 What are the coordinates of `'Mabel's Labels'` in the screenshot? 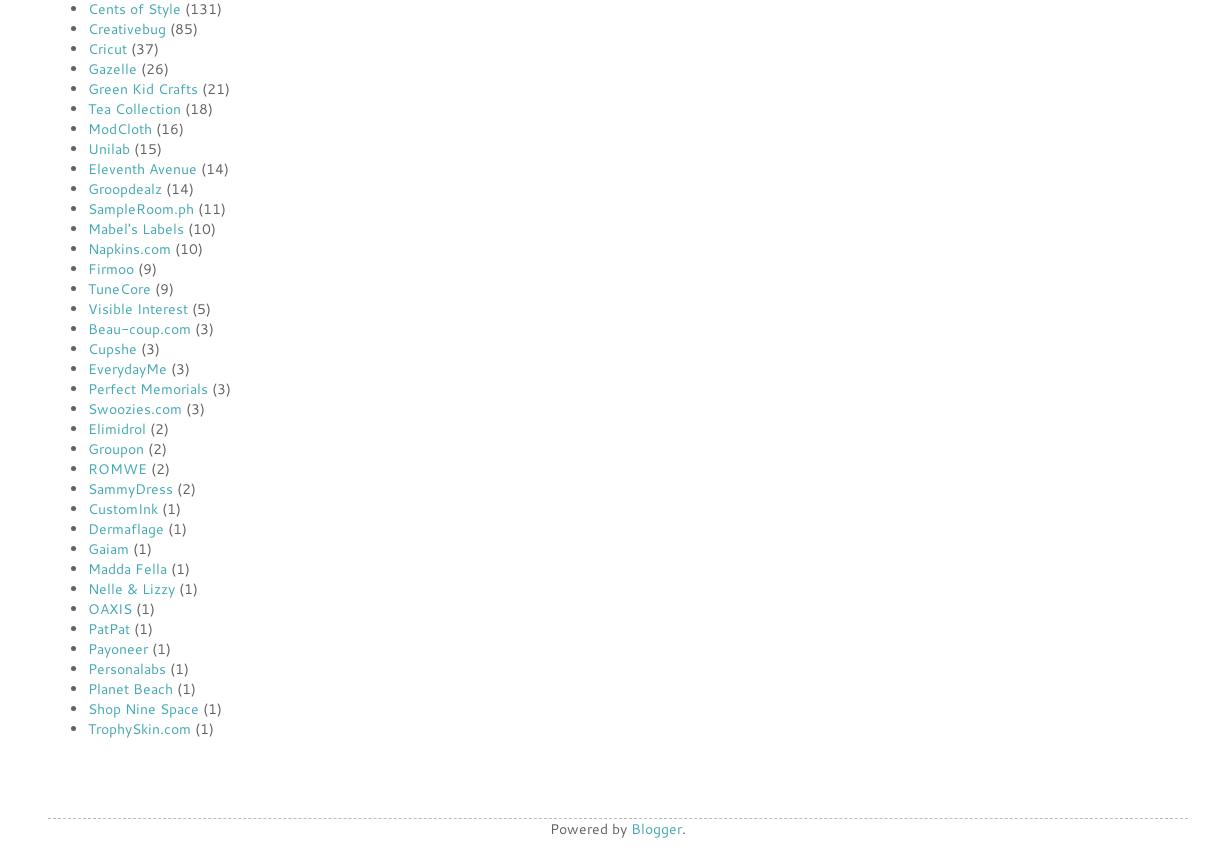 It's located at (135, 228).